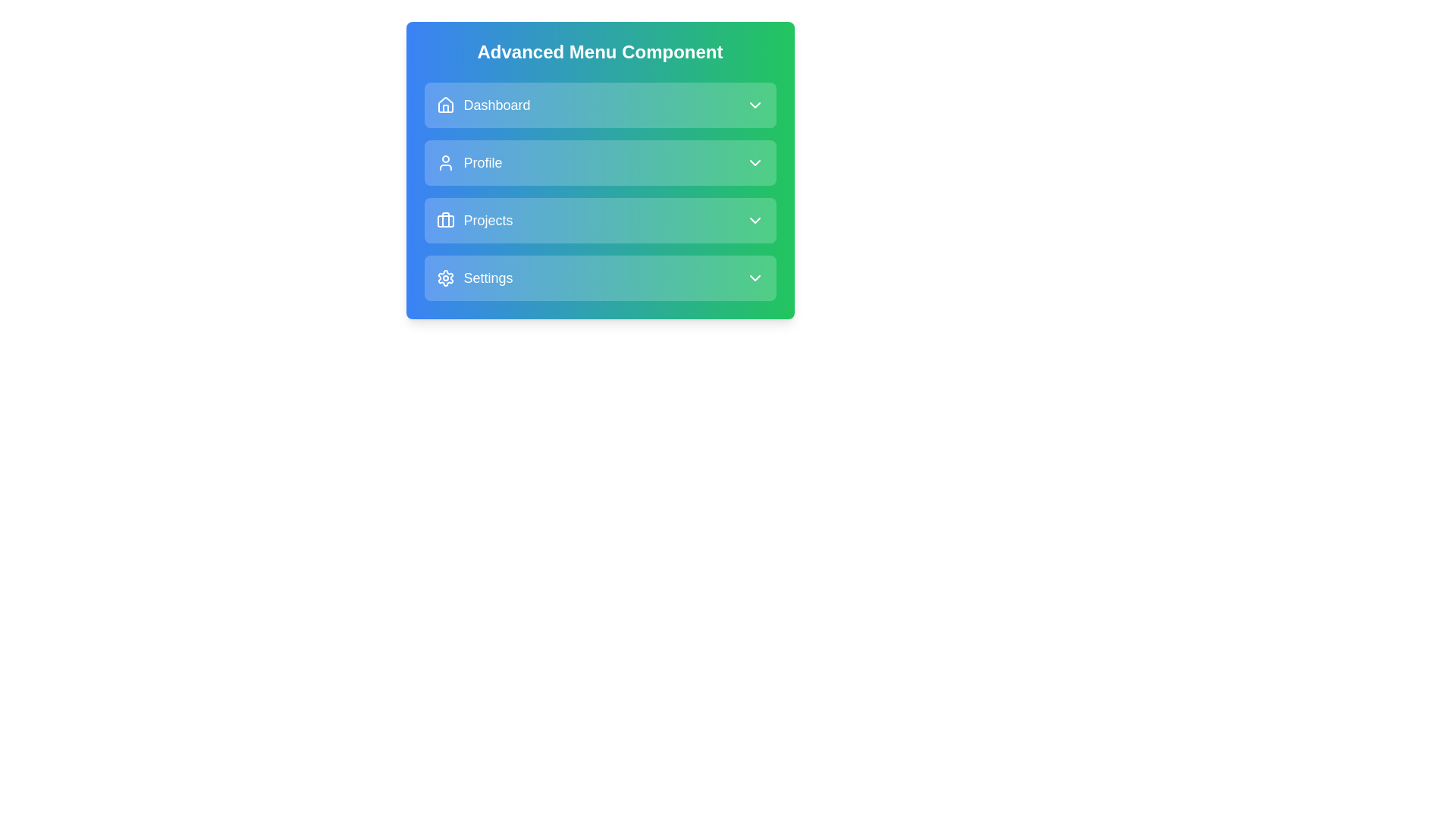 The height and width of the screenshot is (819, 1456). I want to click on the stylized briefcase icon in the navigation menu, so click(444, 220).